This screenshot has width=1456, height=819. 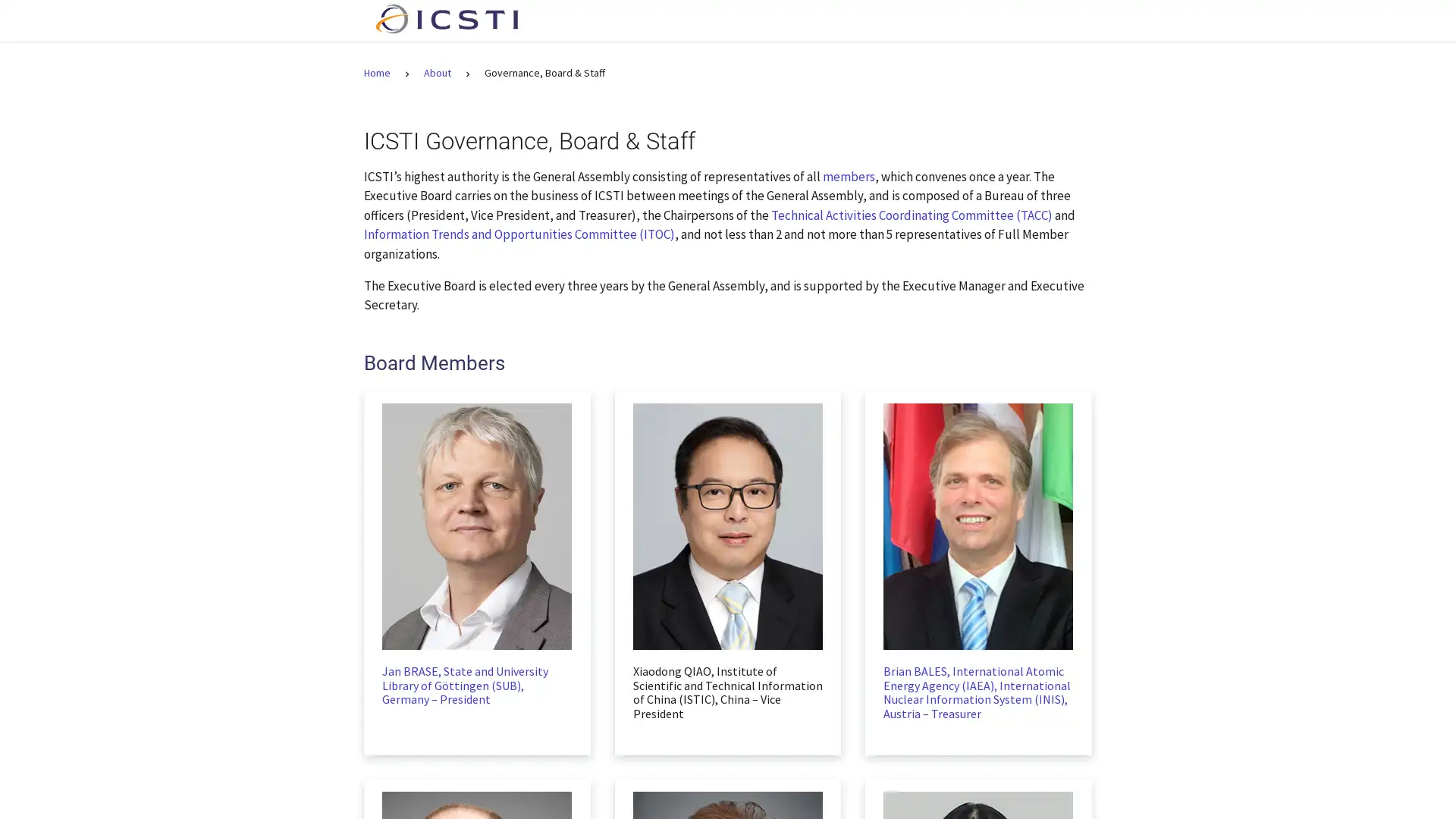 I want to click on About ICSTI, so click(x=743, y=20).